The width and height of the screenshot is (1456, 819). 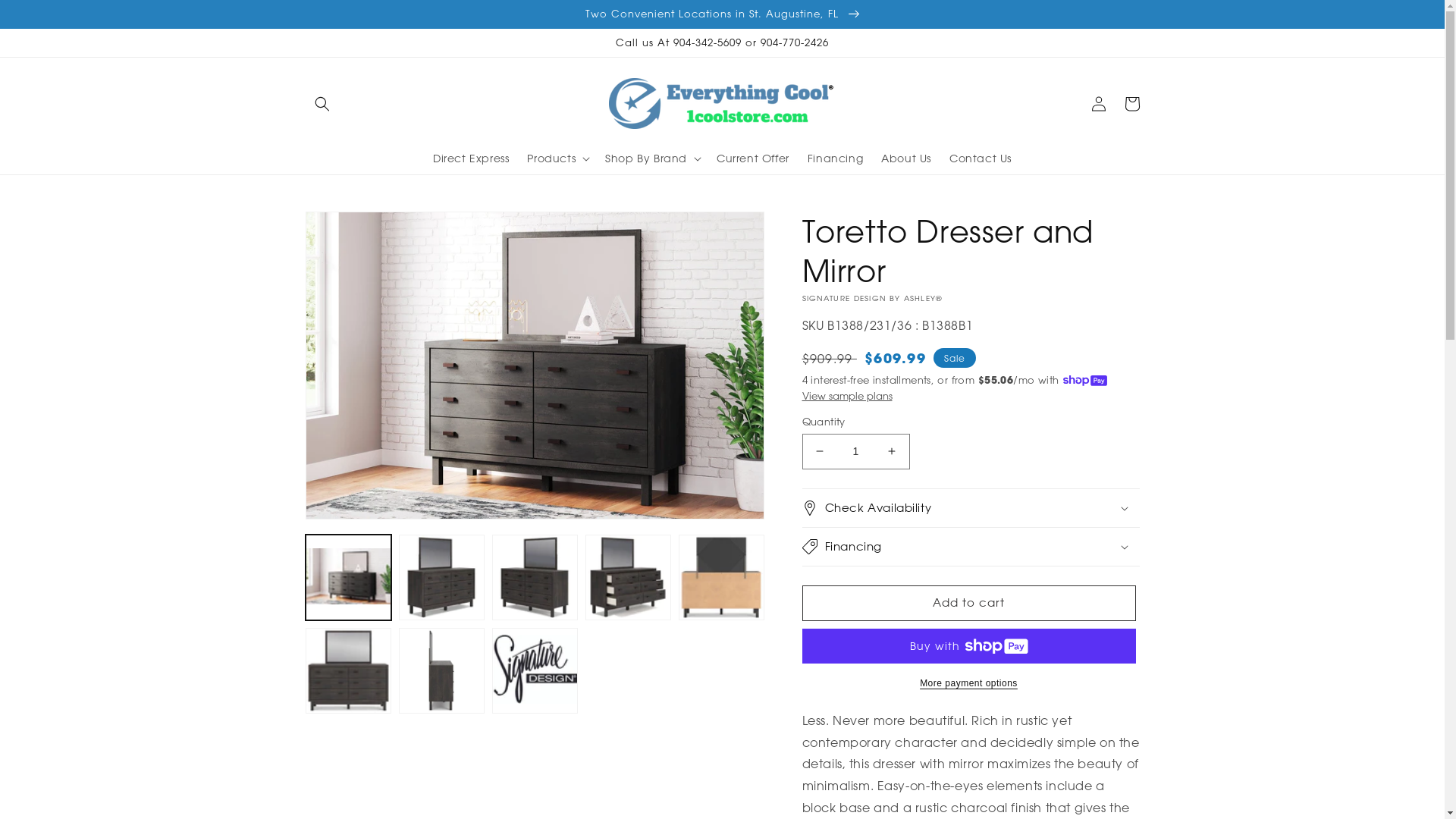 What do you see at coordinates (818, 450) in the screenshot?
I see `'Decrease quantity for Toretto Dresser and Mirror'` at bounding box center [818, 450].